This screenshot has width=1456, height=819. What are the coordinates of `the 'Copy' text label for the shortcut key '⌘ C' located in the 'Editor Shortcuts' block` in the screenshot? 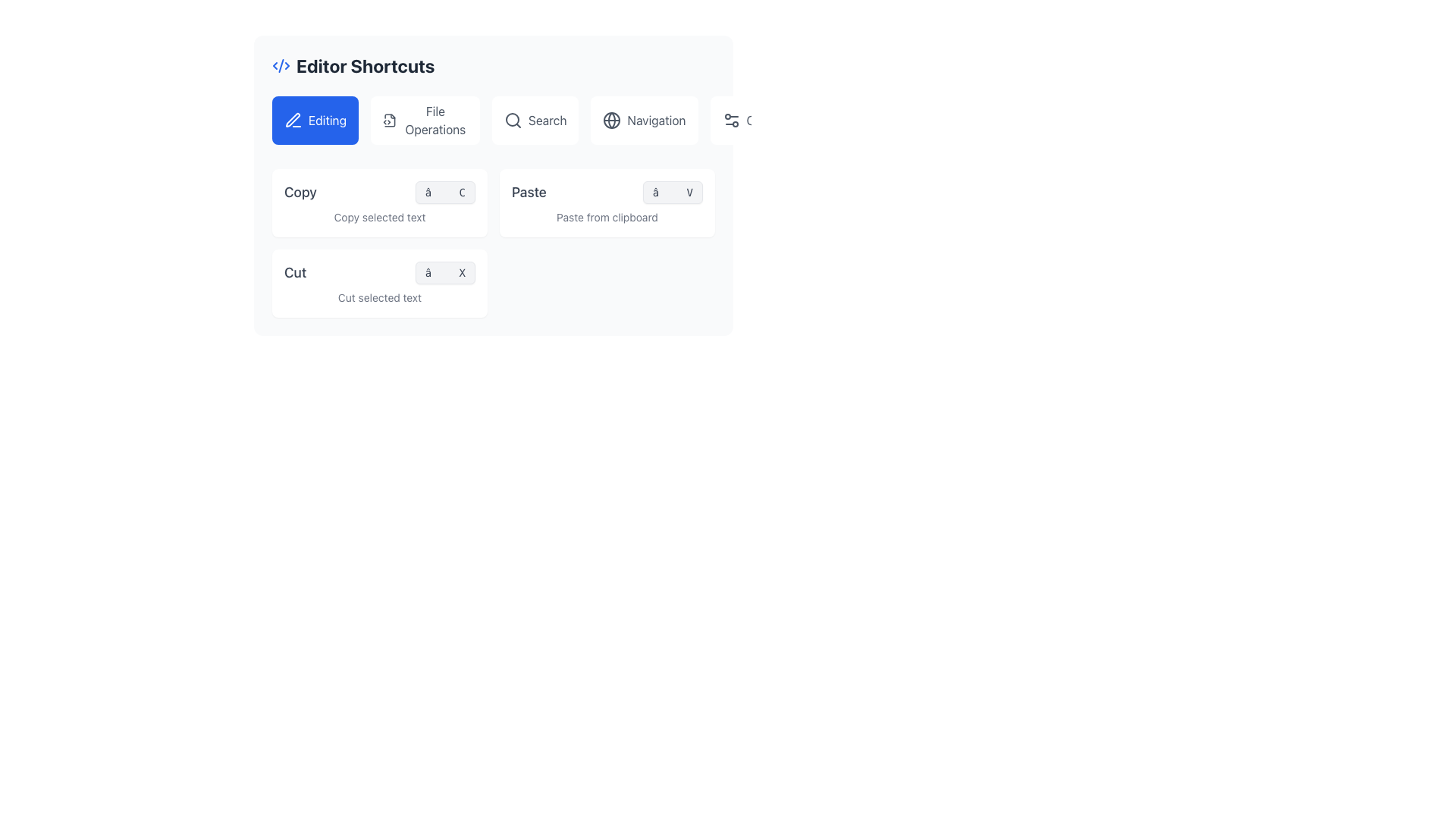 It's located at (300, 192).